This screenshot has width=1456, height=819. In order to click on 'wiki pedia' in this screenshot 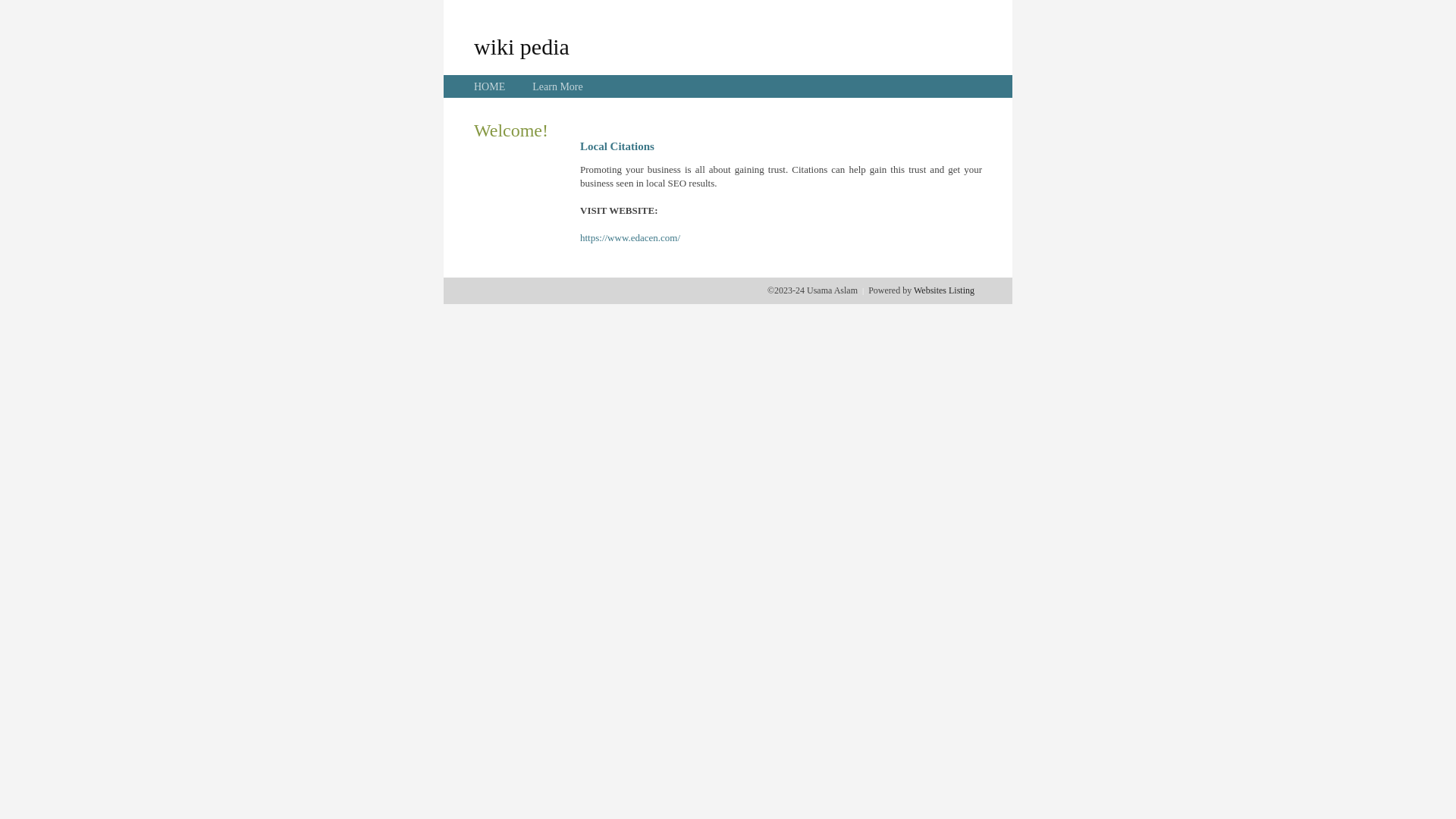, I will do `click(521, 45)`.